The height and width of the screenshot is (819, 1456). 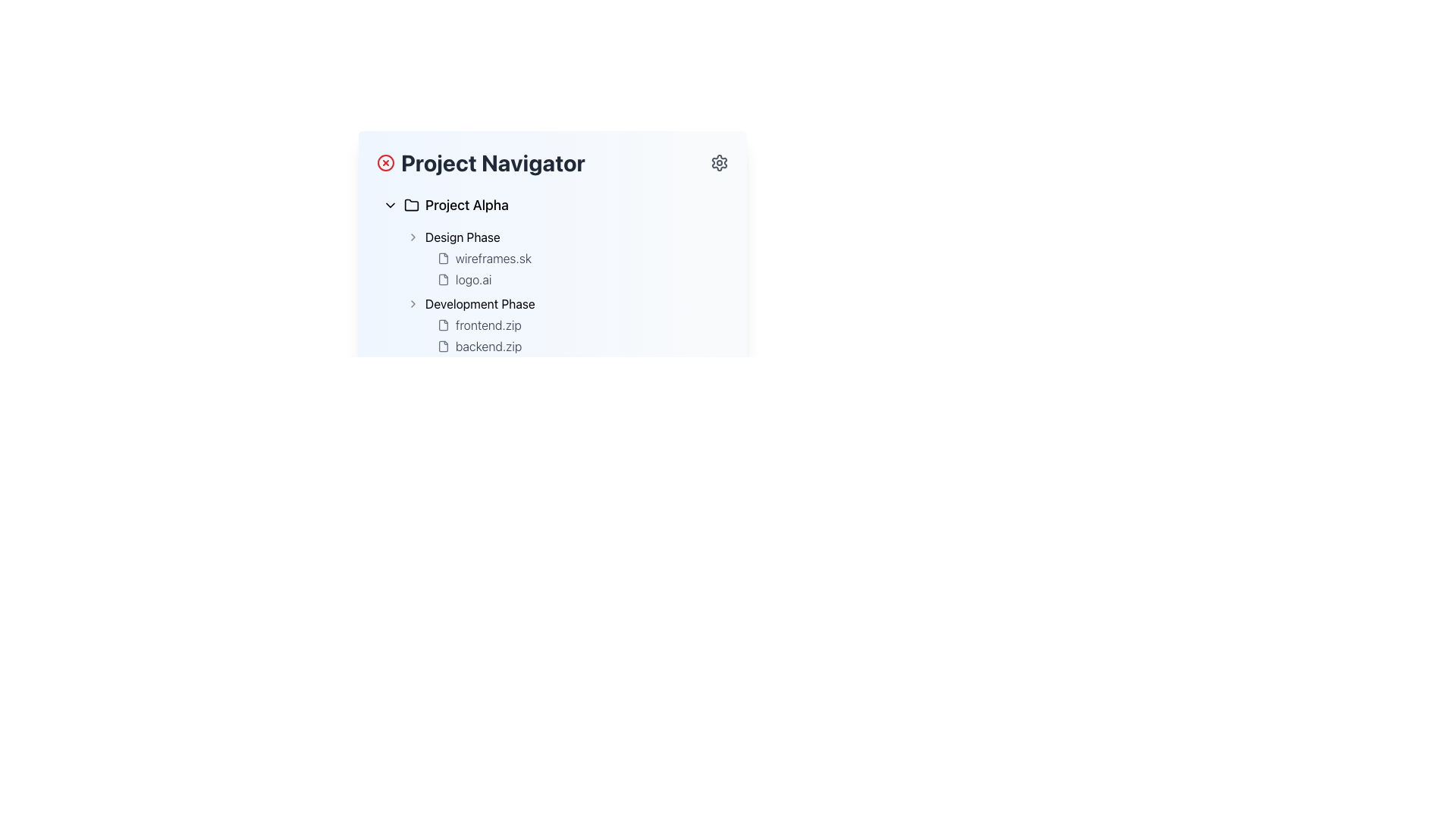 I want to click on the text of the first file entry within the 'Design Phase' section, specifically under the 'Project Alpha' group, for copying, so click(x=579, y=268).